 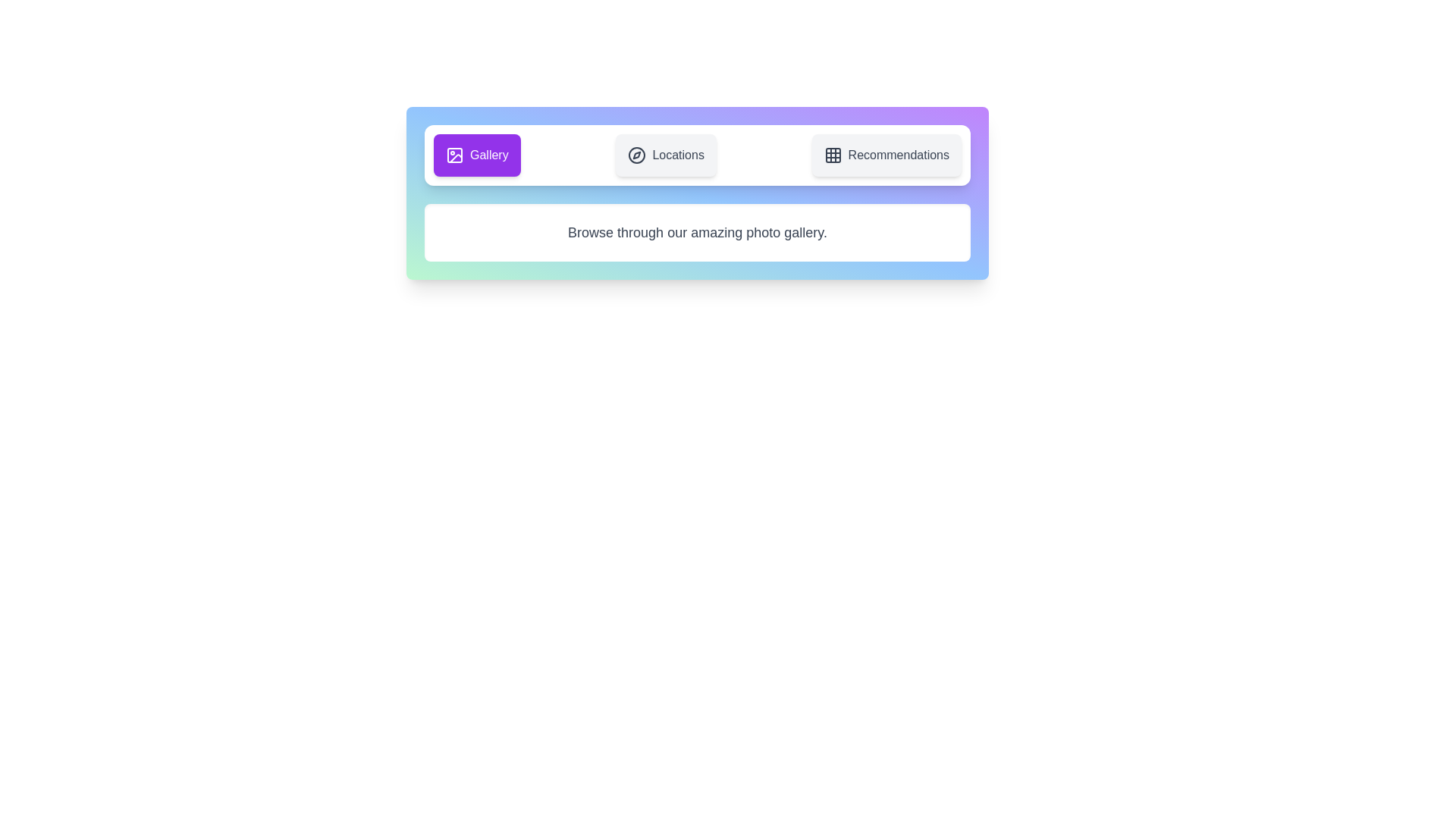 What do you see at coordinates (886, 155) in the screenshot?
I see `the tab Recommendations by clicking on it` at bounding box center [886, 155].